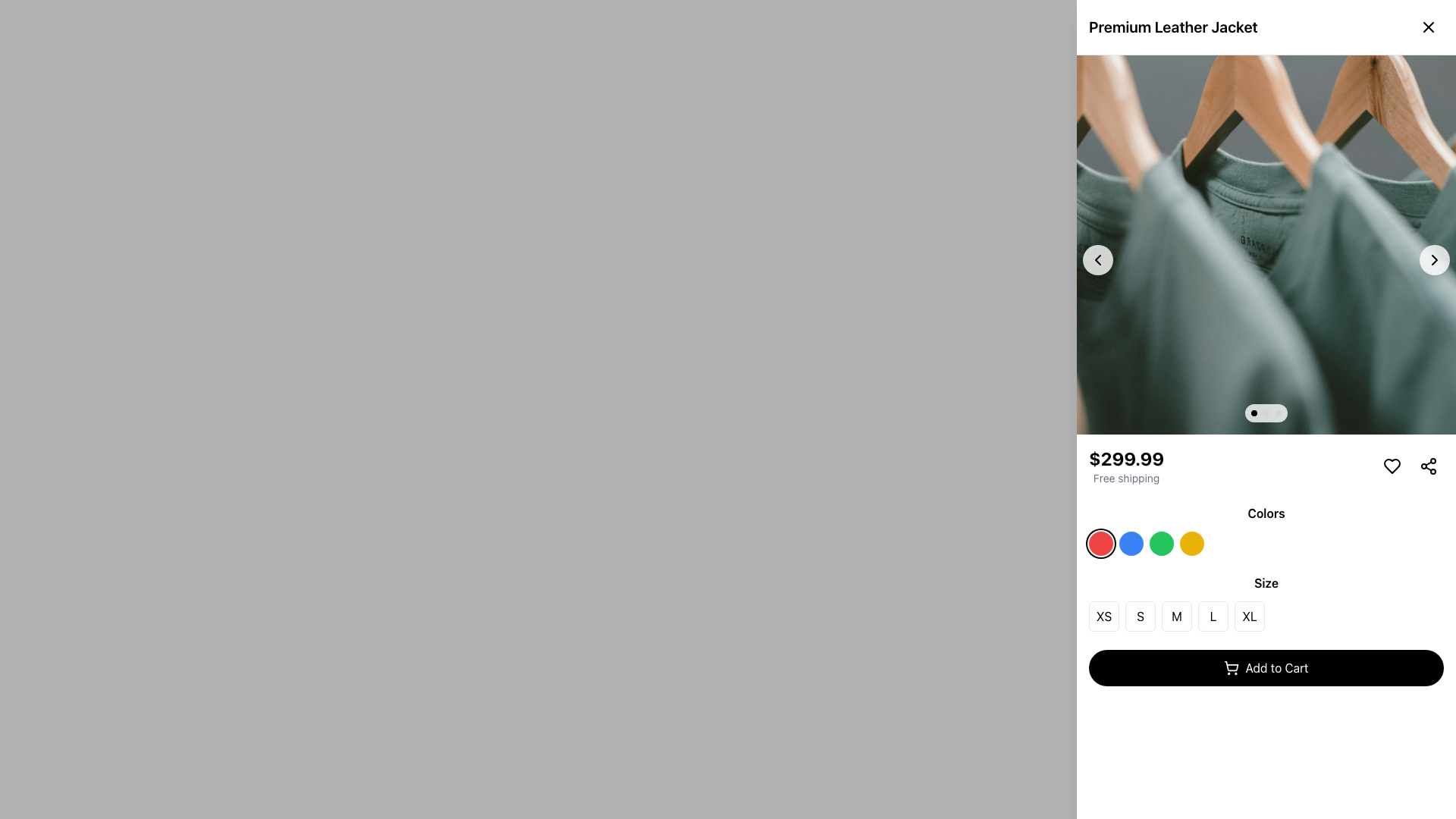  What do you see at coordinates (1392, 465) in the screenshot?
I see `the heart-shaped icon button to favorite the item, which is located near the upper-right corner of the product price and description area` at bounding box center [1392, 465].